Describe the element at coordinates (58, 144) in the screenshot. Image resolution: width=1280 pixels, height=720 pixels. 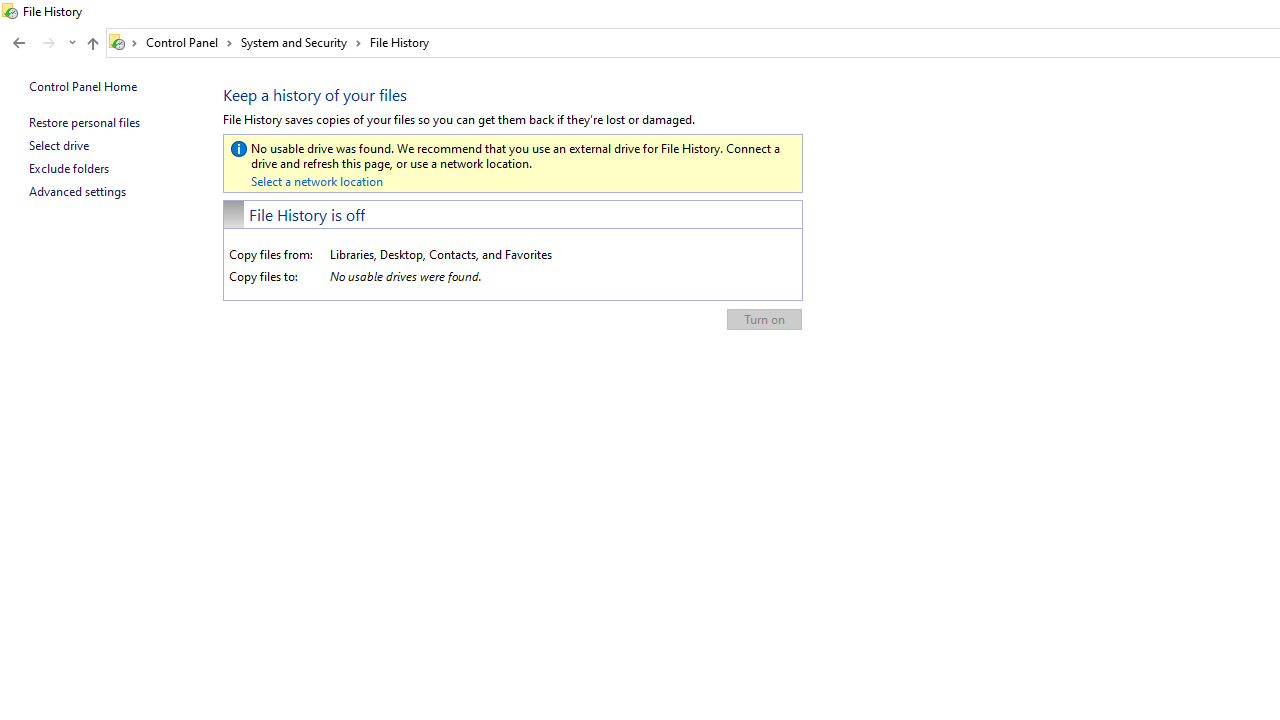
I see `'Select drive'` at that location.